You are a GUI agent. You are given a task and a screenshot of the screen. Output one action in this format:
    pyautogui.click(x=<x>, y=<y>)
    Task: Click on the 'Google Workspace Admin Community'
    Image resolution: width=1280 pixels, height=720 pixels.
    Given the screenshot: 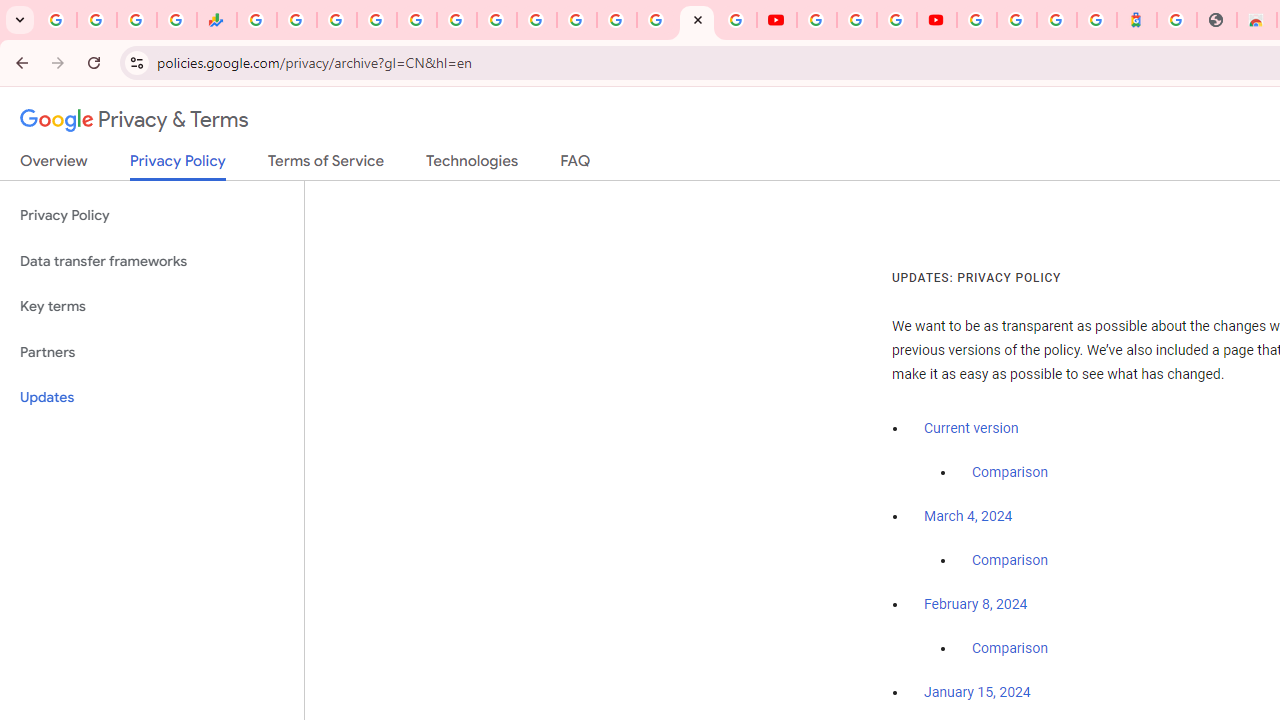 What is the action you would take?
    pyautogui.click(x=56, y=20)
    